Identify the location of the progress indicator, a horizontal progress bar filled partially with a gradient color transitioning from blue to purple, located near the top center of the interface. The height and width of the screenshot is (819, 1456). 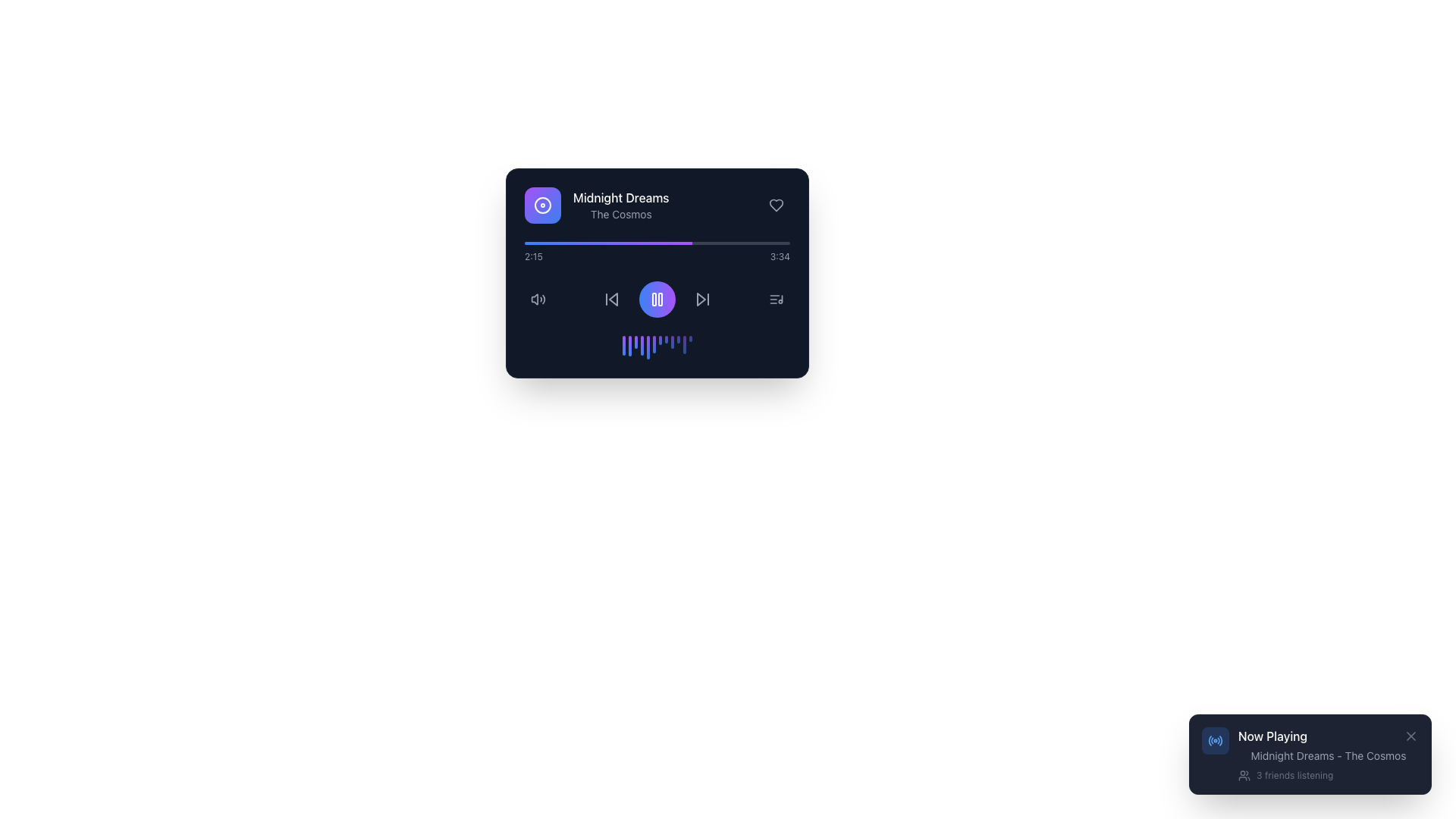
(608, 242).